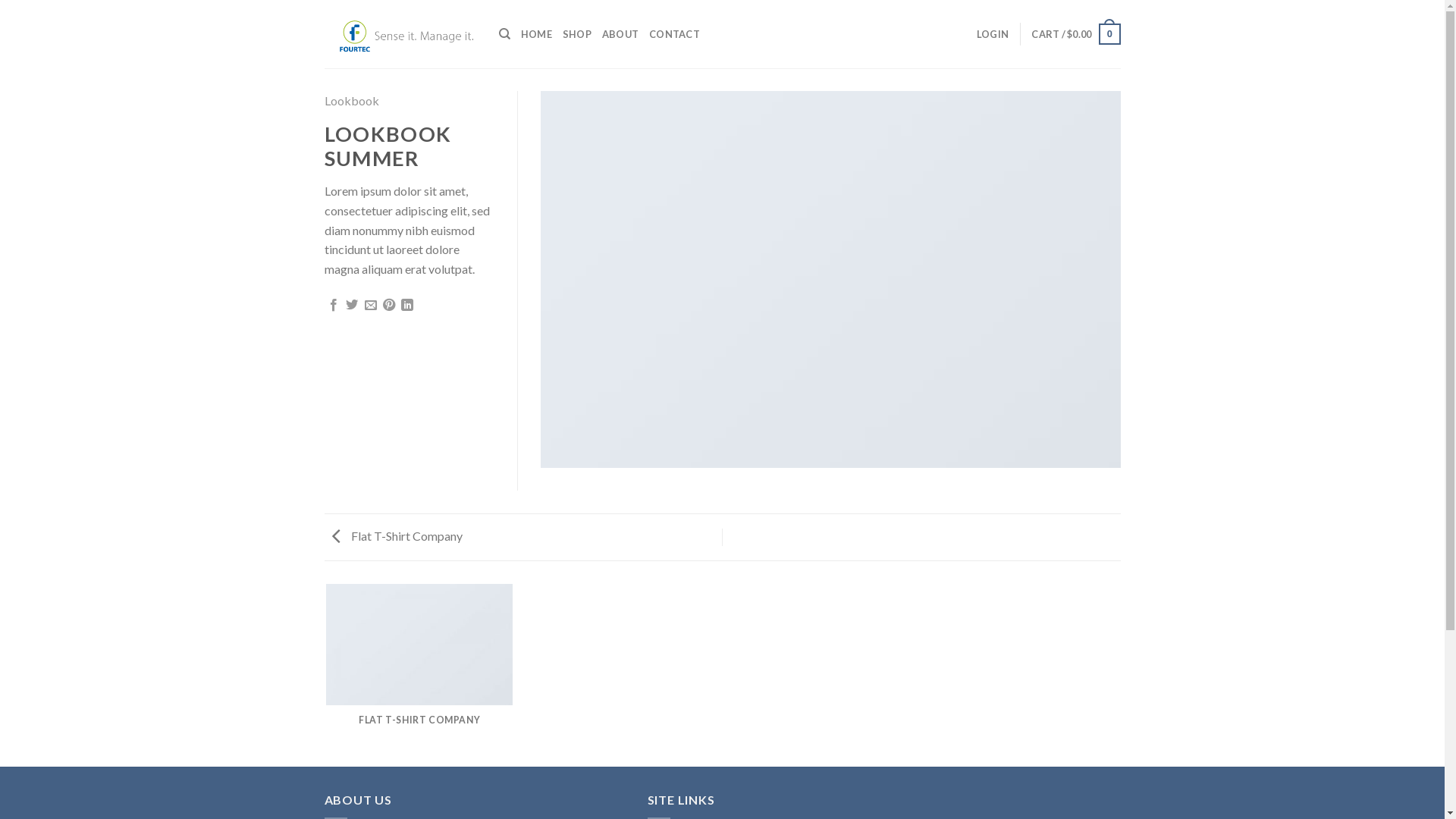  I want to click on 'Share on LinkedIn', so click(400, 305).